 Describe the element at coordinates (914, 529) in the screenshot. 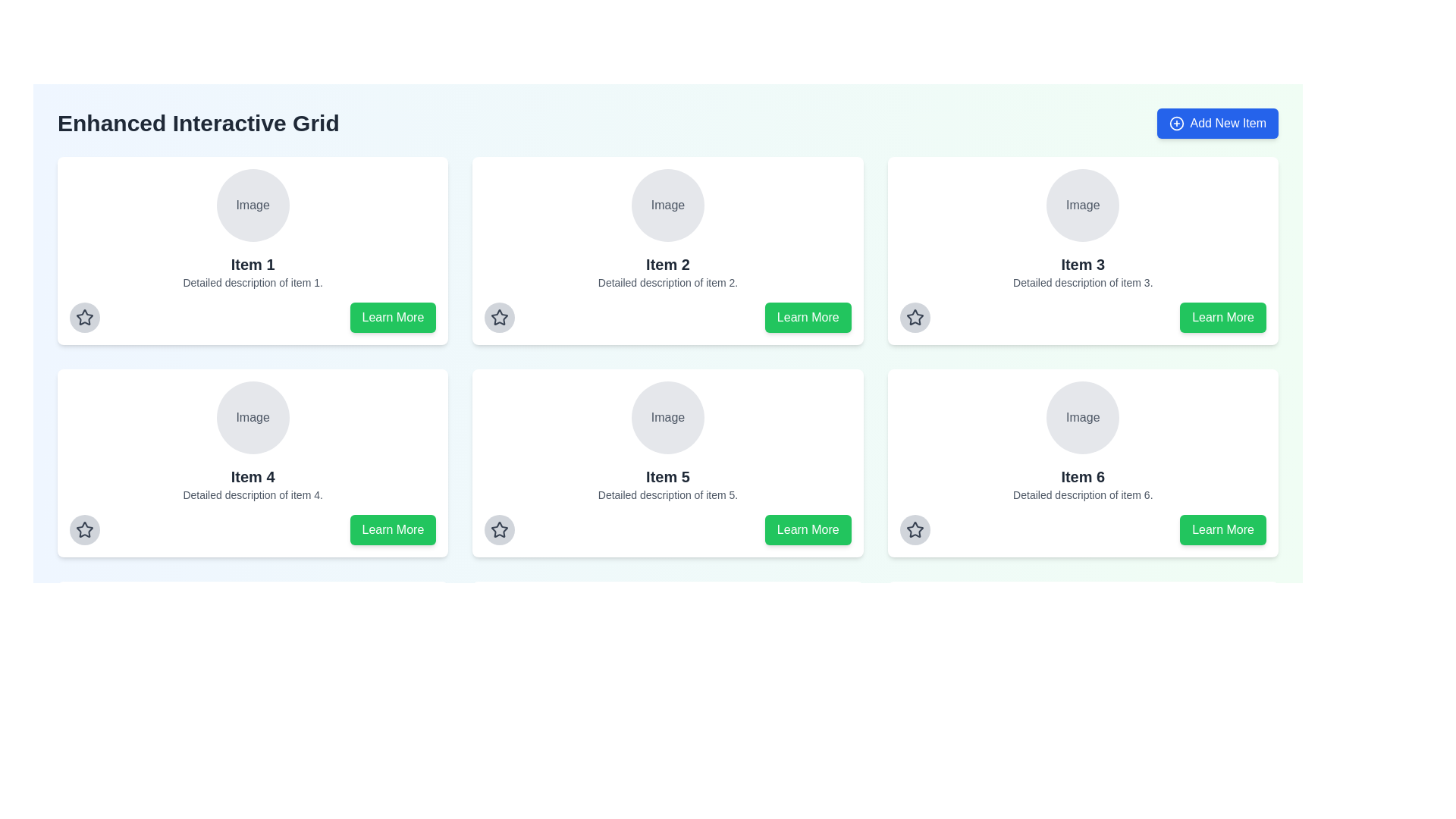

I see `the star icon located at the bottom-left corner of the 'Item 6' card` at that location.